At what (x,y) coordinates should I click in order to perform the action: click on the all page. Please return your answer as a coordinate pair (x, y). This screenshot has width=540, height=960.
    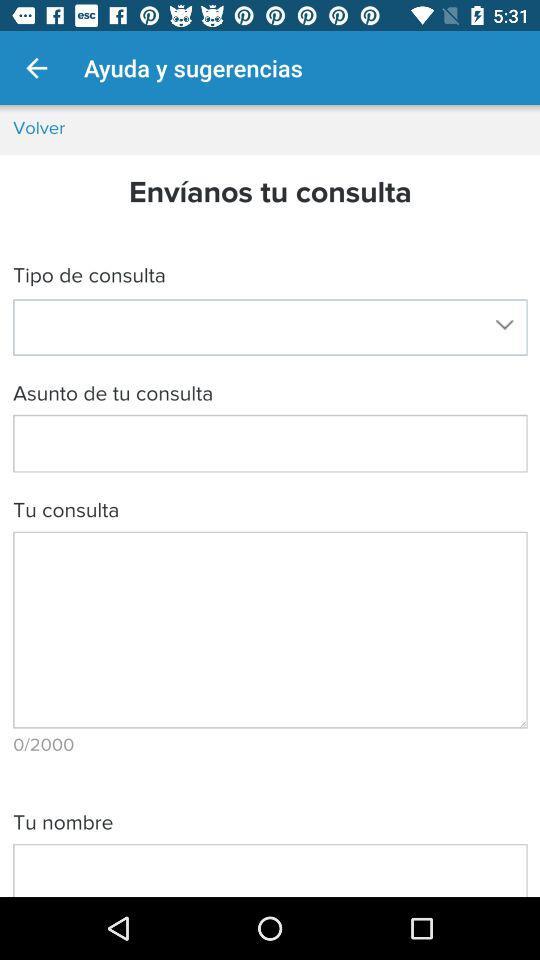
    Looking at the image, I should click on (270, 500).